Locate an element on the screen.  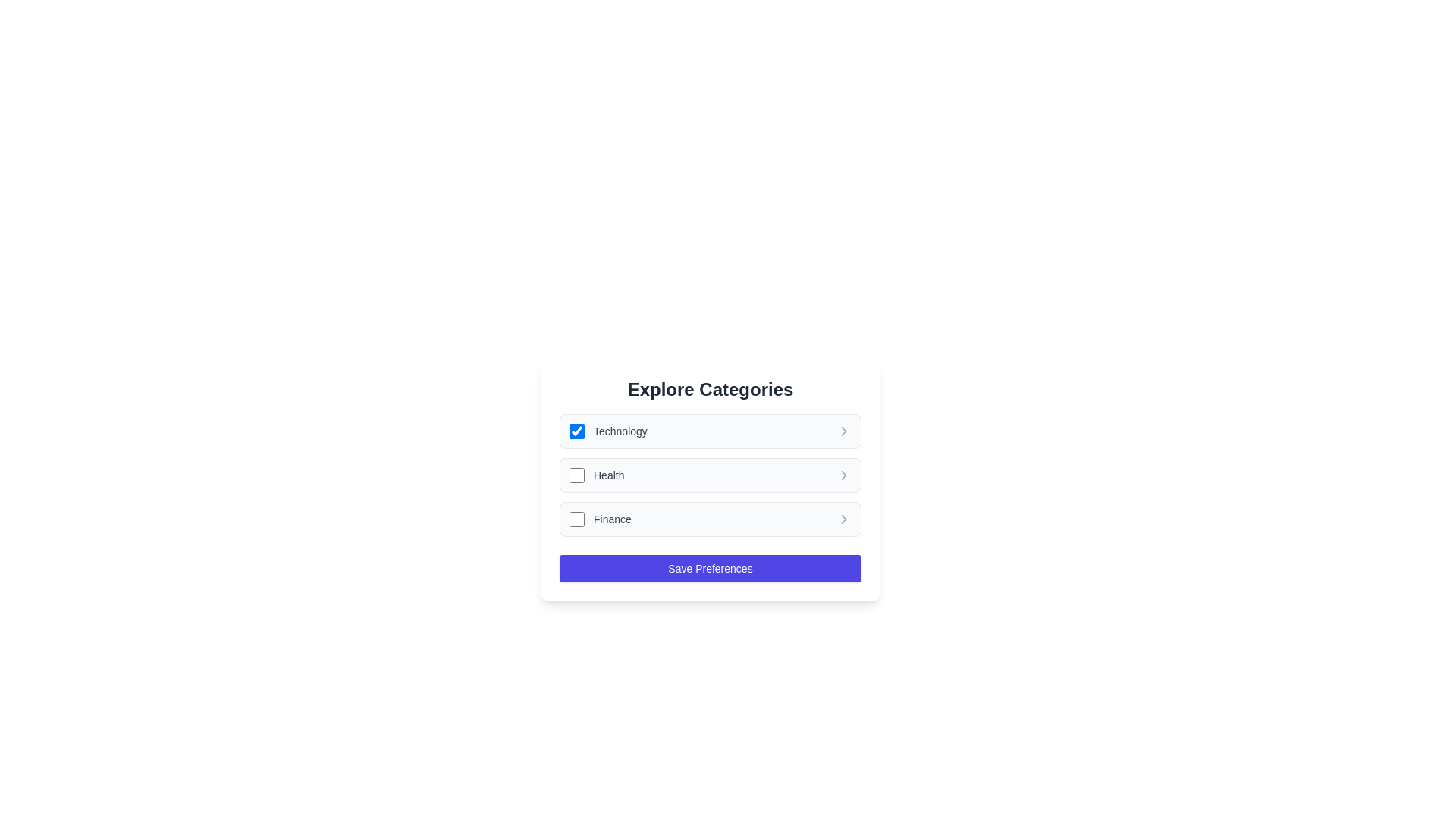
arrow icon next to the 'Health' category is located at coordinates (843, 475).